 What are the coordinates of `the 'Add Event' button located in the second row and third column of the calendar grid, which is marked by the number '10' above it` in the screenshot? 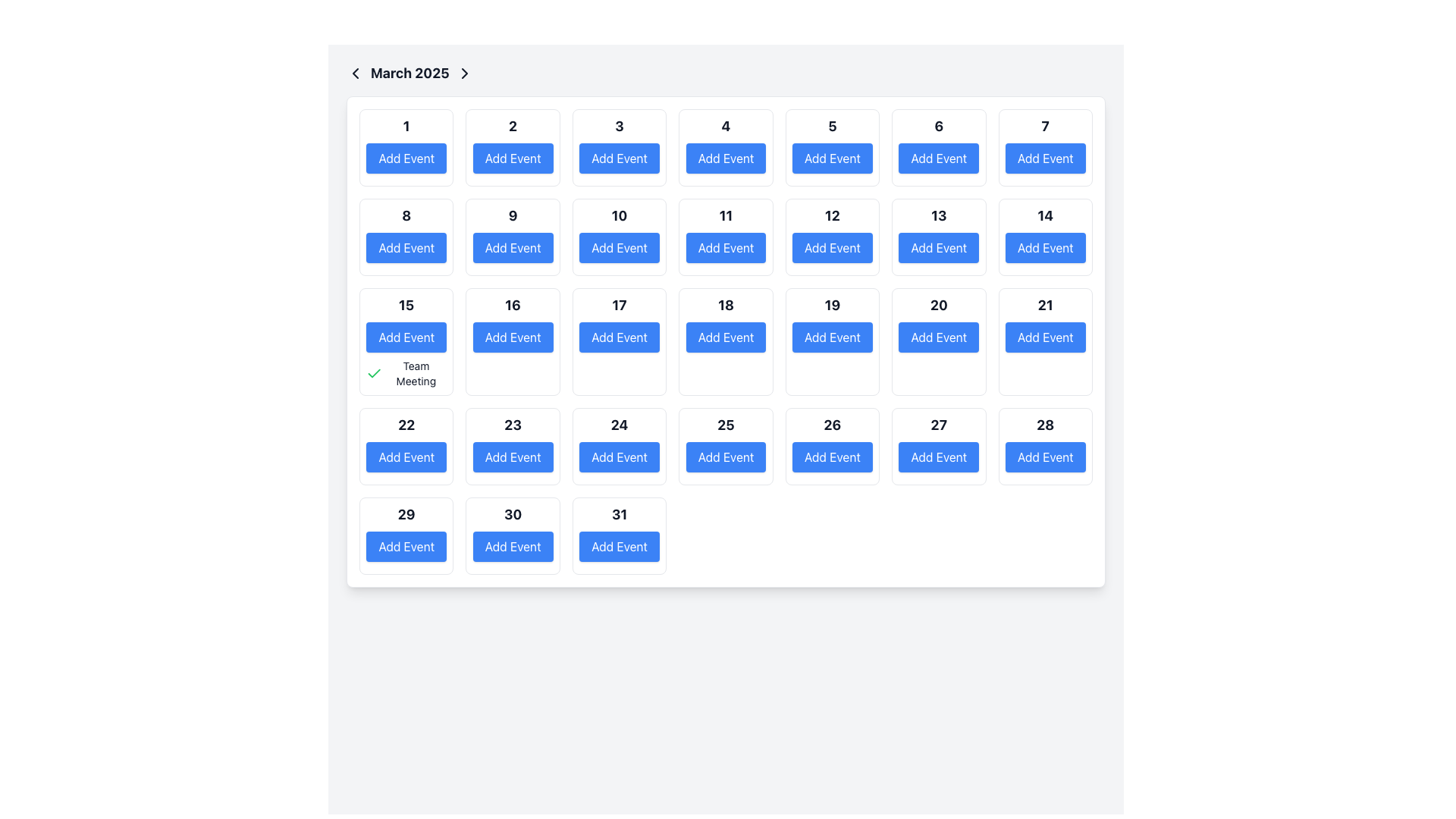 It's located at (620, 237).